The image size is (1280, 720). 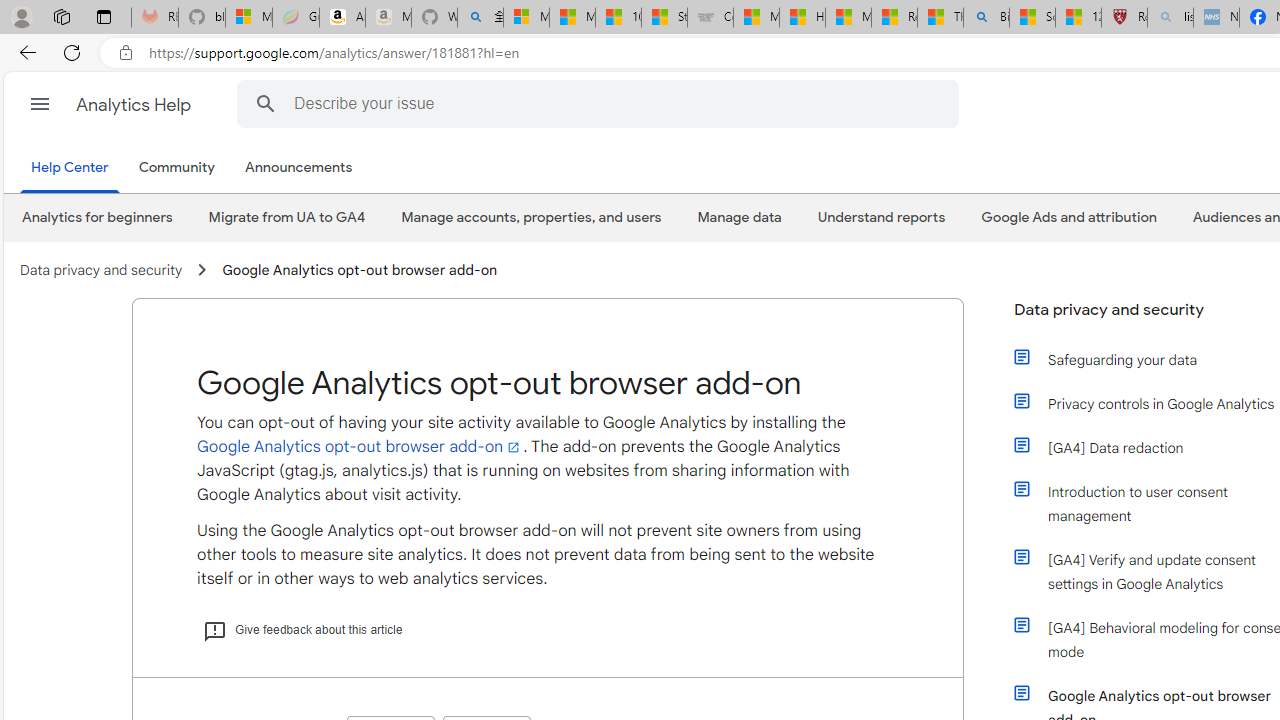 What do you see at coordinates (285, 217) in the screenshot?
I see `'Migrate from UA to GA4'` at bounding box center [285, 217].